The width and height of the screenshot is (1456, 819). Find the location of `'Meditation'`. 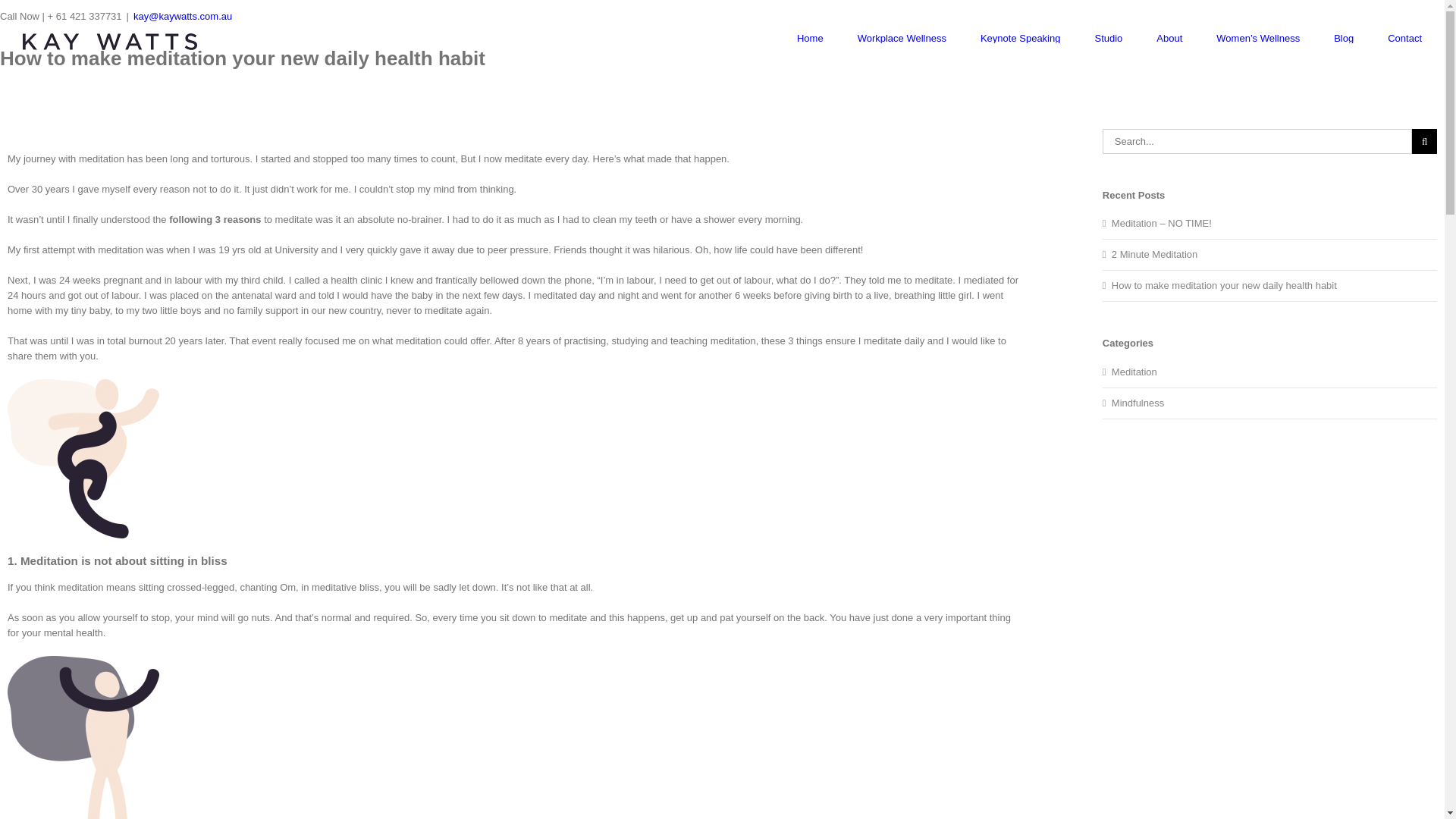

'Meditation' is located at coordinates (1270, 372).